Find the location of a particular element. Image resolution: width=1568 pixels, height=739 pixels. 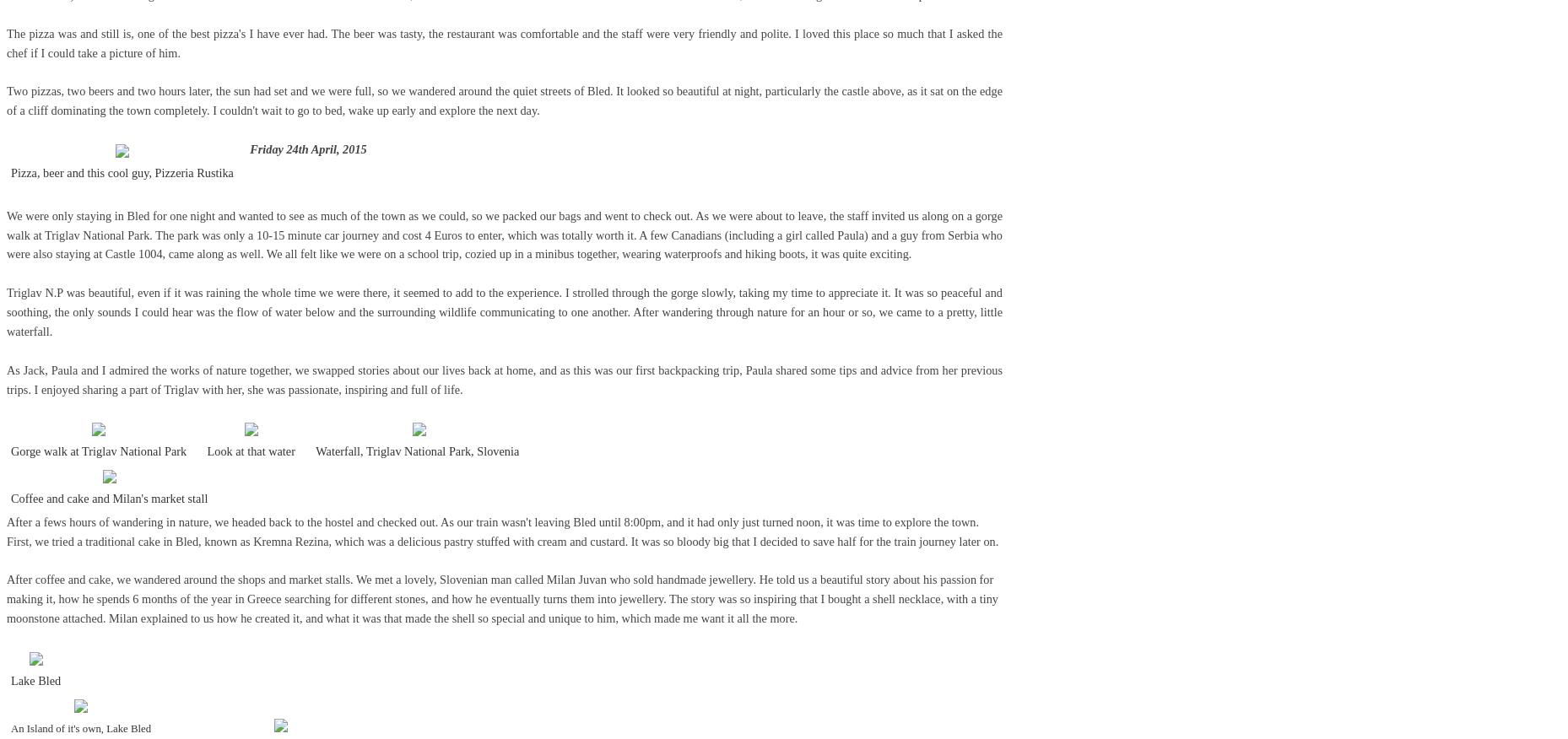

'Lake Bled' is located at coordinates (10, 679).